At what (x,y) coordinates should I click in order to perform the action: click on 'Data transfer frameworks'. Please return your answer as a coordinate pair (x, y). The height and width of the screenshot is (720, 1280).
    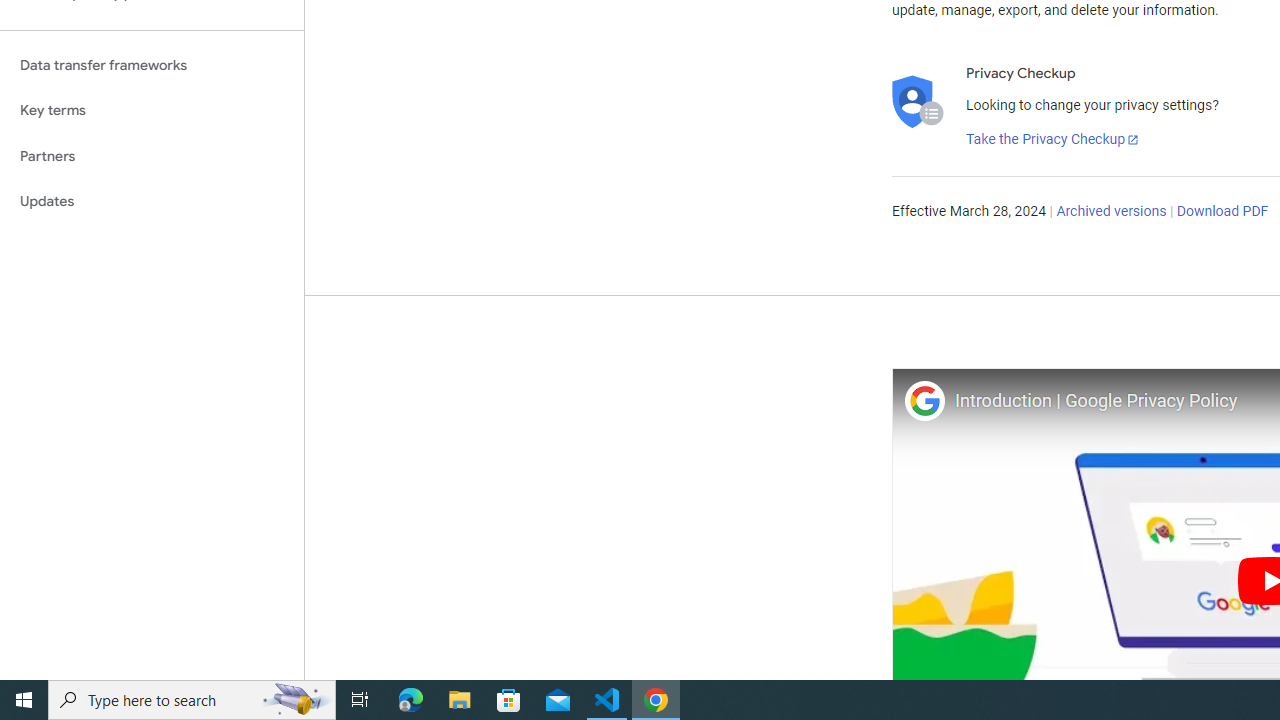
    Looking at the image, I should click on (151, 64).